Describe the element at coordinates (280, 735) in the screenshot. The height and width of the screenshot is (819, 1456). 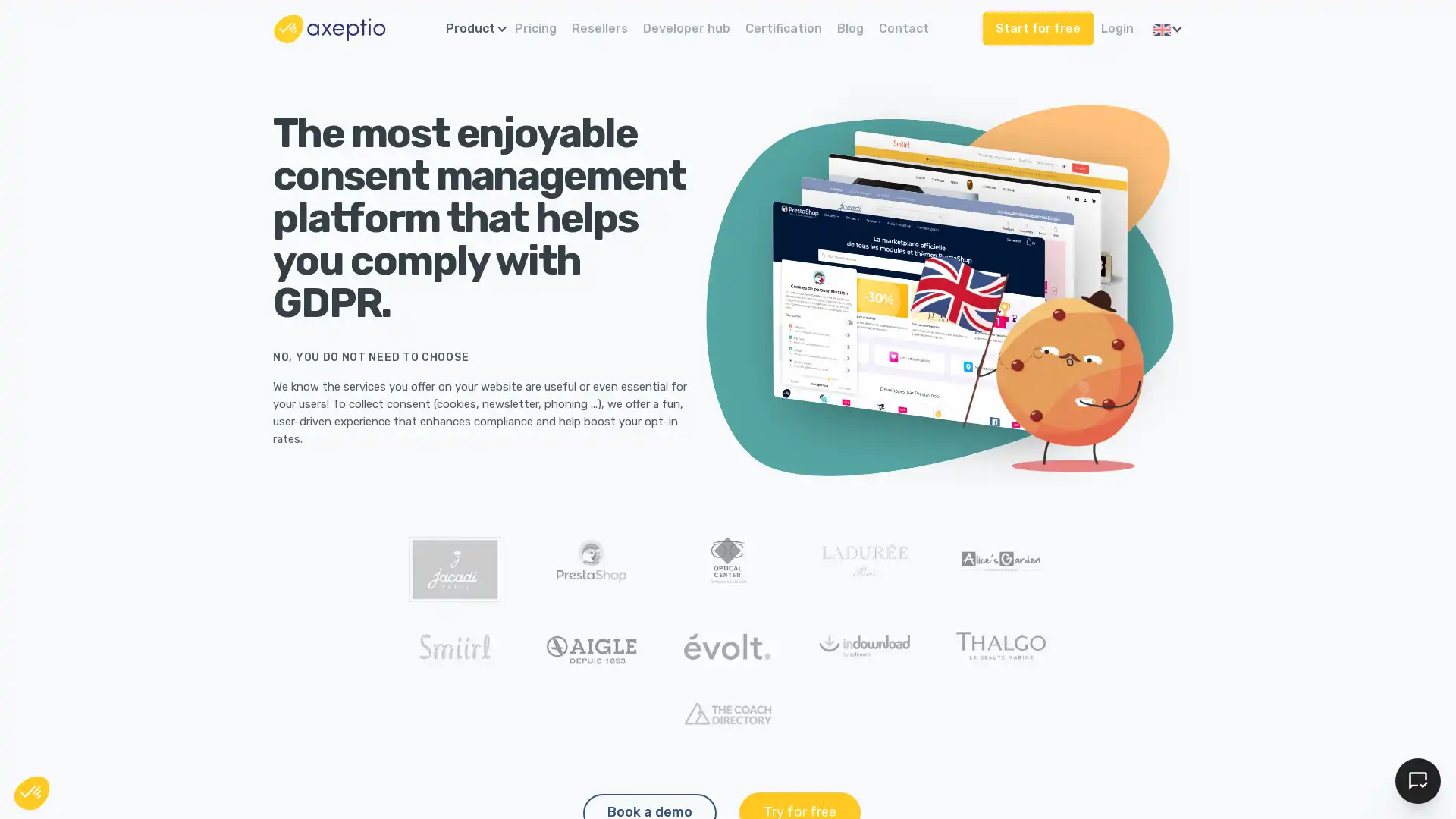
I see `Accept and close` at that location.